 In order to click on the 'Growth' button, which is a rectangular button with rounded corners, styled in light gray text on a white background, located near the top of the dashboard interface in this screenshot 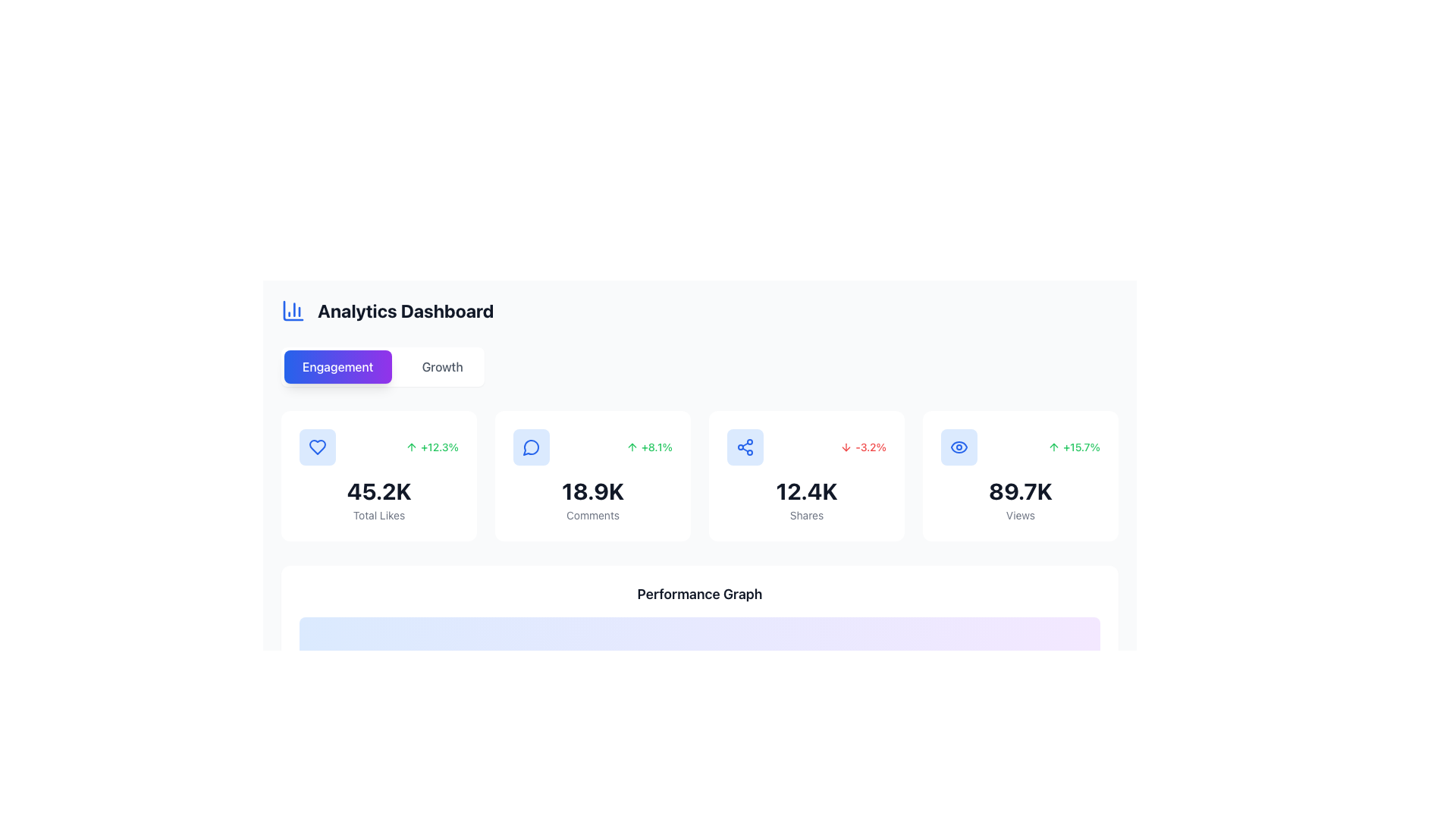, I will do `click(441, 366)`.